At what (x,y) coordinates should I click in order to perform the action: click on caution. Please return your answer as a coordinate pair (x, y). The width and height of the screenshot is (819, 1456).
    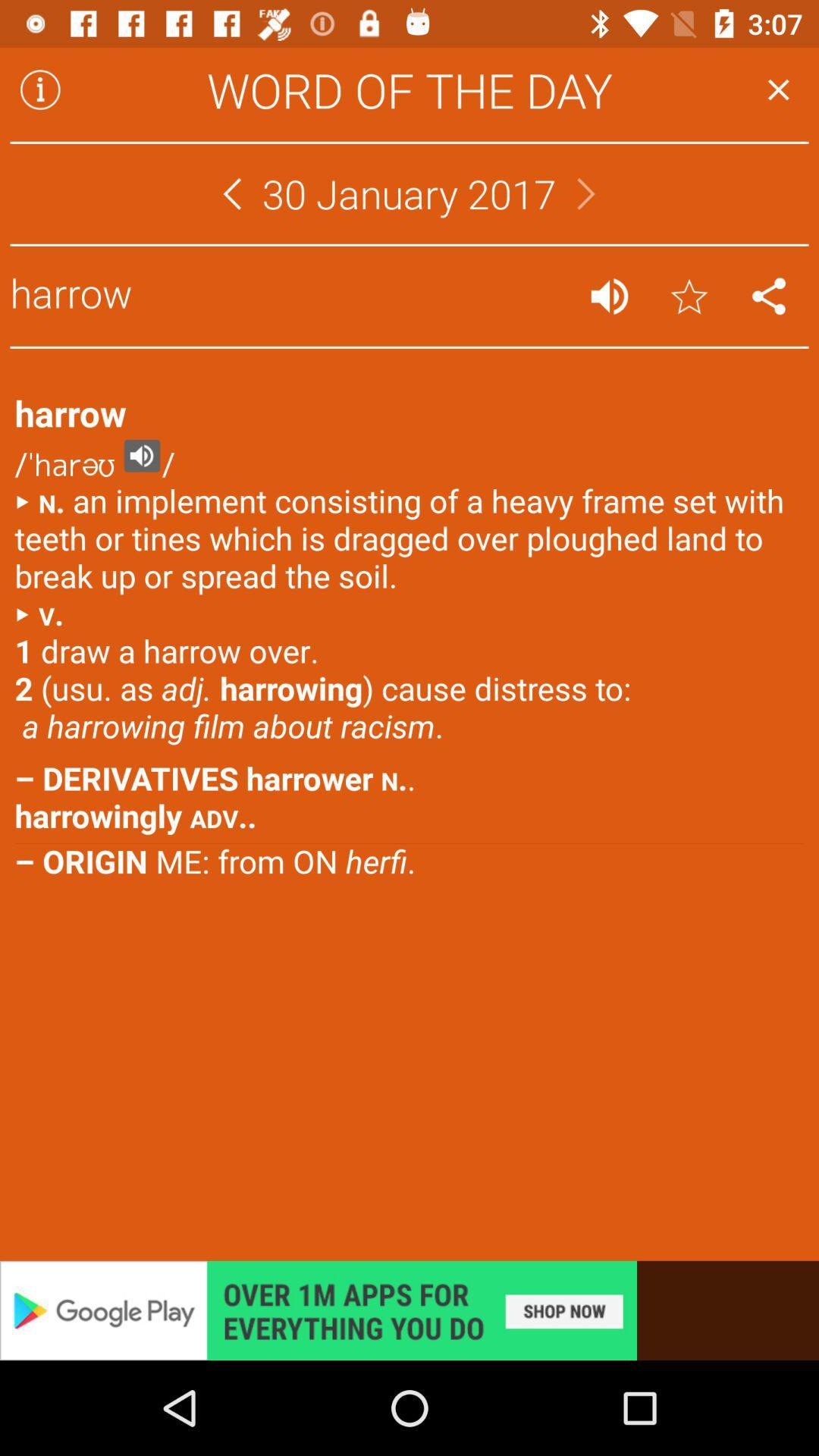
    Looking at the image, I should click on (39, 89).